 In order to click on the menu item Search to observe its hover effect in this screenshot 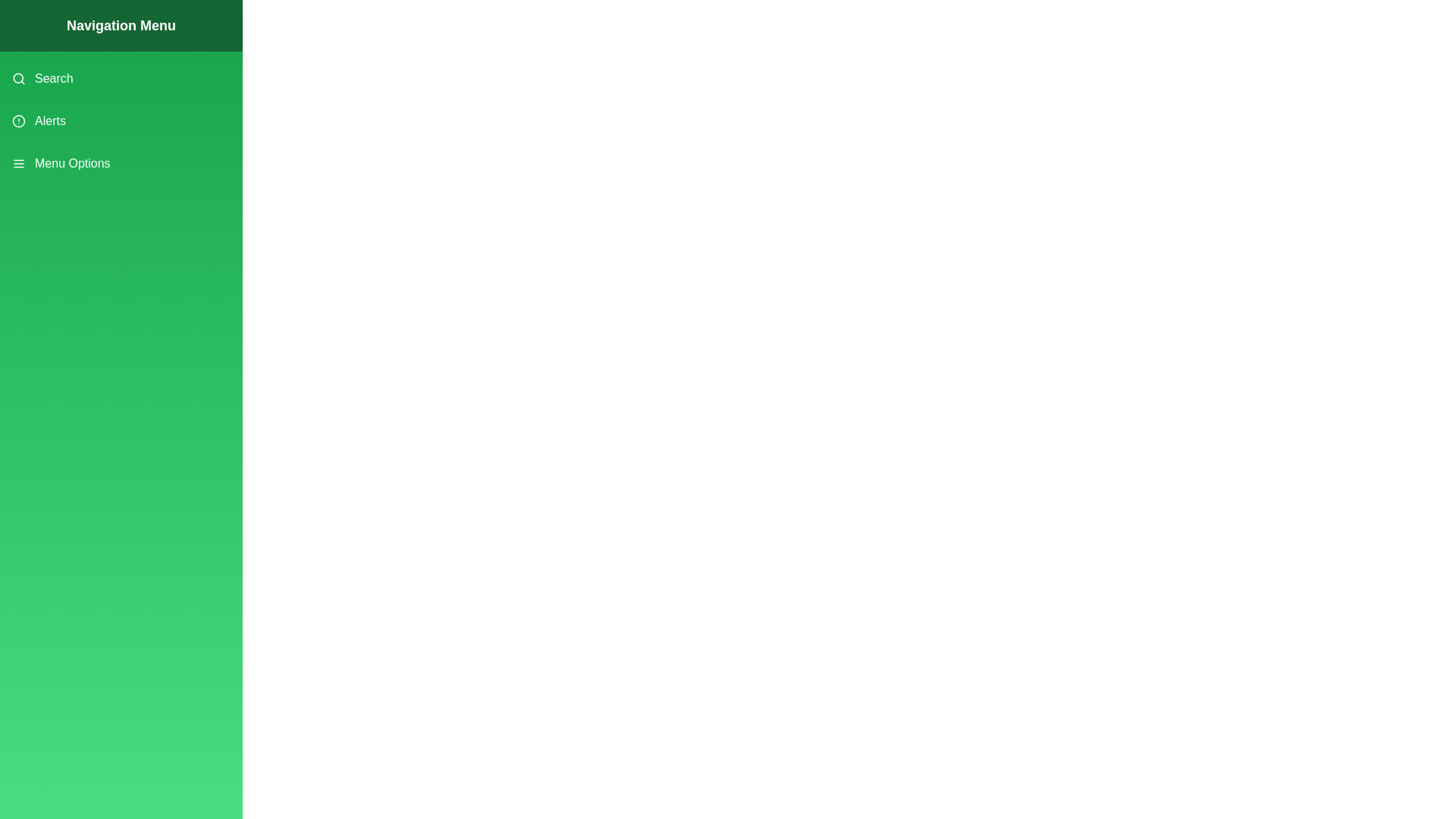, I will do `click(120, 79)`.